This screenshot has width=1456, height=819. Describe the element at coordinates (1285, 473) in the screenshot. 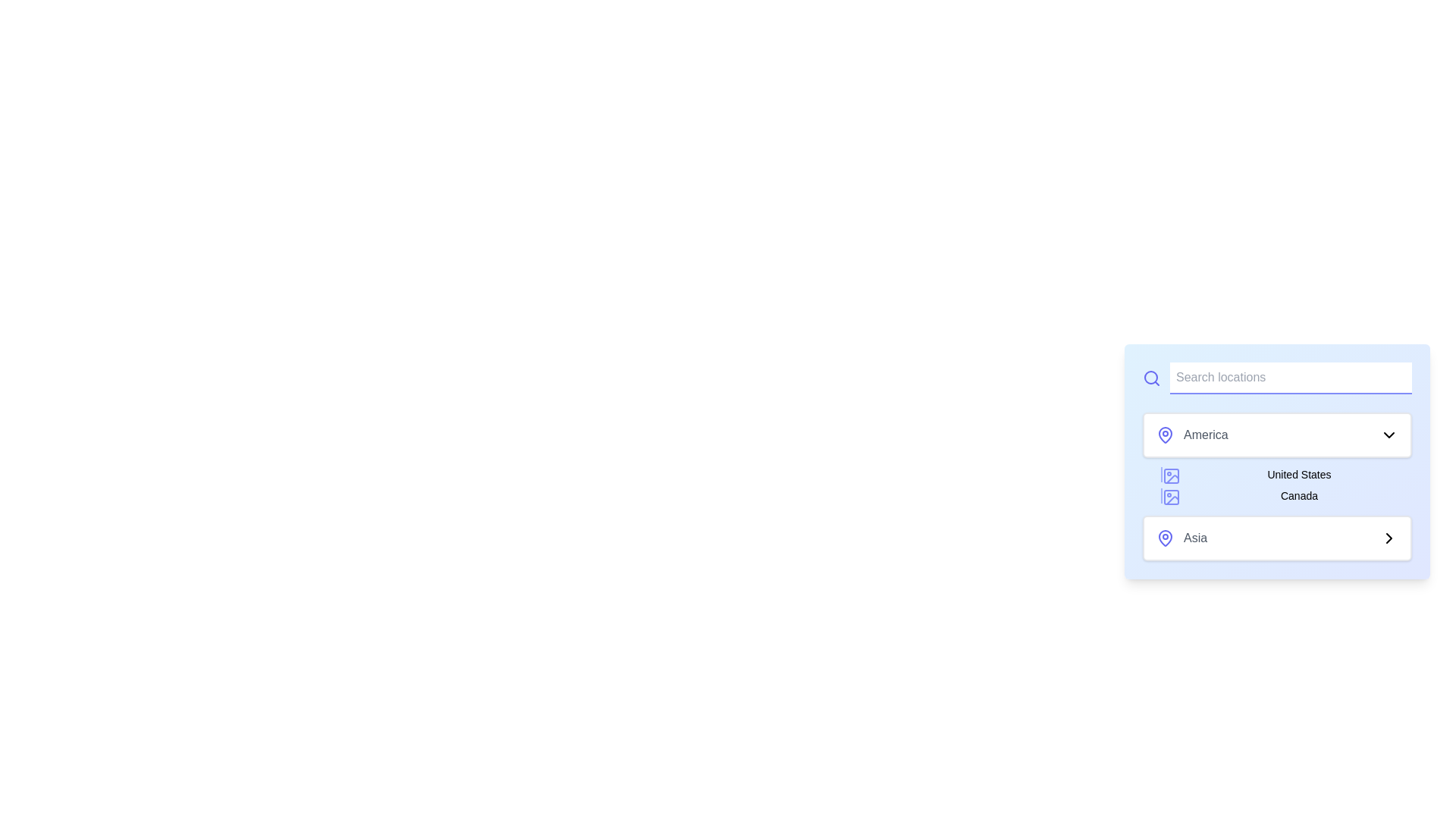

I see `the 'United States' menu option, which is the first item in the list under the 'America' dropdown` at that location.